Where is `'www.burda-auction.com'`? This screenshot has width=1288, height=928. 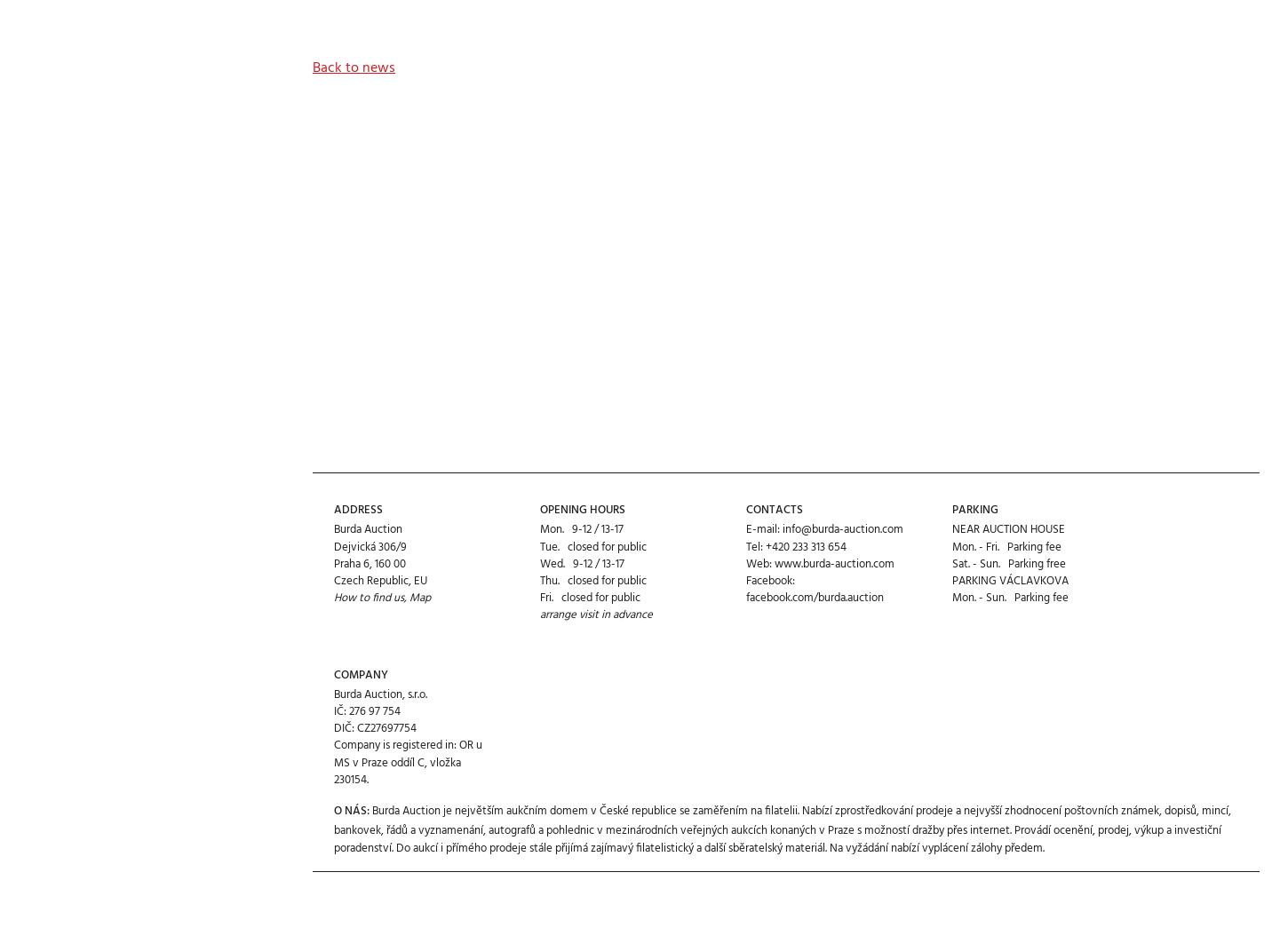 'www.burda-auction.com' is located at coordinates (774, 499).